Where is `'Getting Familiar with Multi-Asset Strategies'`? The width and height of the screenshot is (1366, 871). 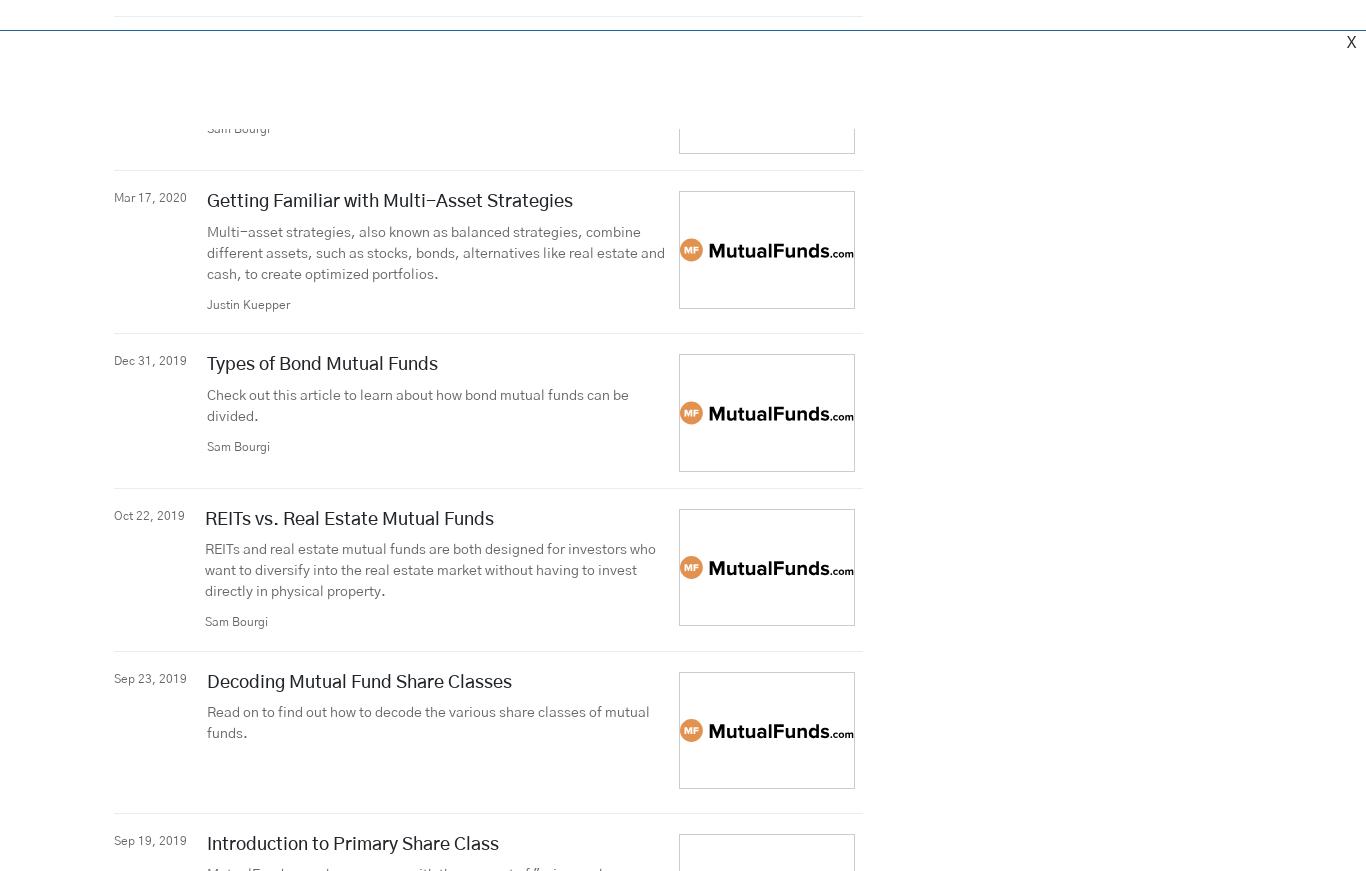 'Getting Familiar with Multi-Asset Strategies' is located at coordinates (388, 201).